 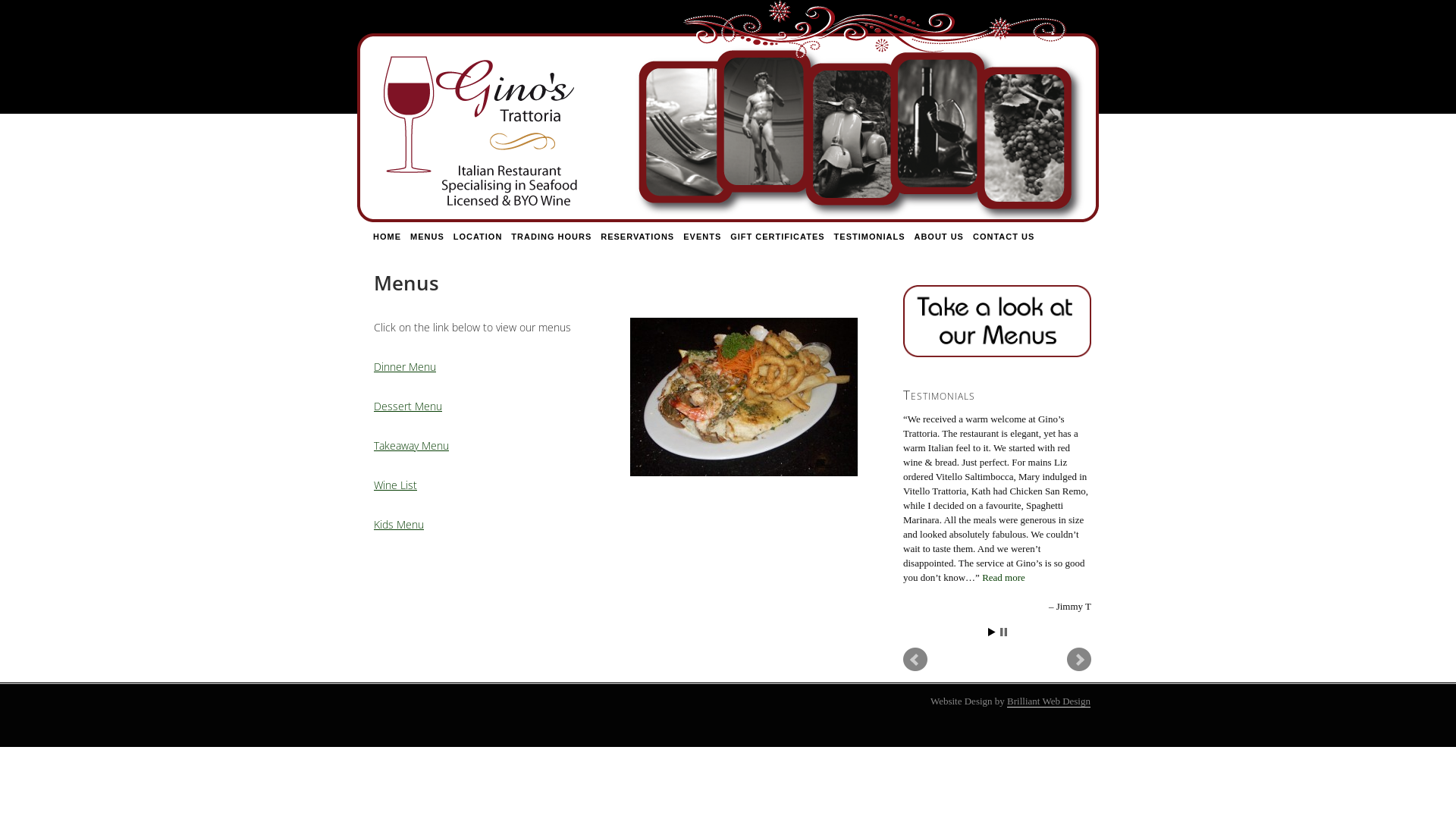 I want to click on 'Dessert Menu', so click(x=407, y=405).